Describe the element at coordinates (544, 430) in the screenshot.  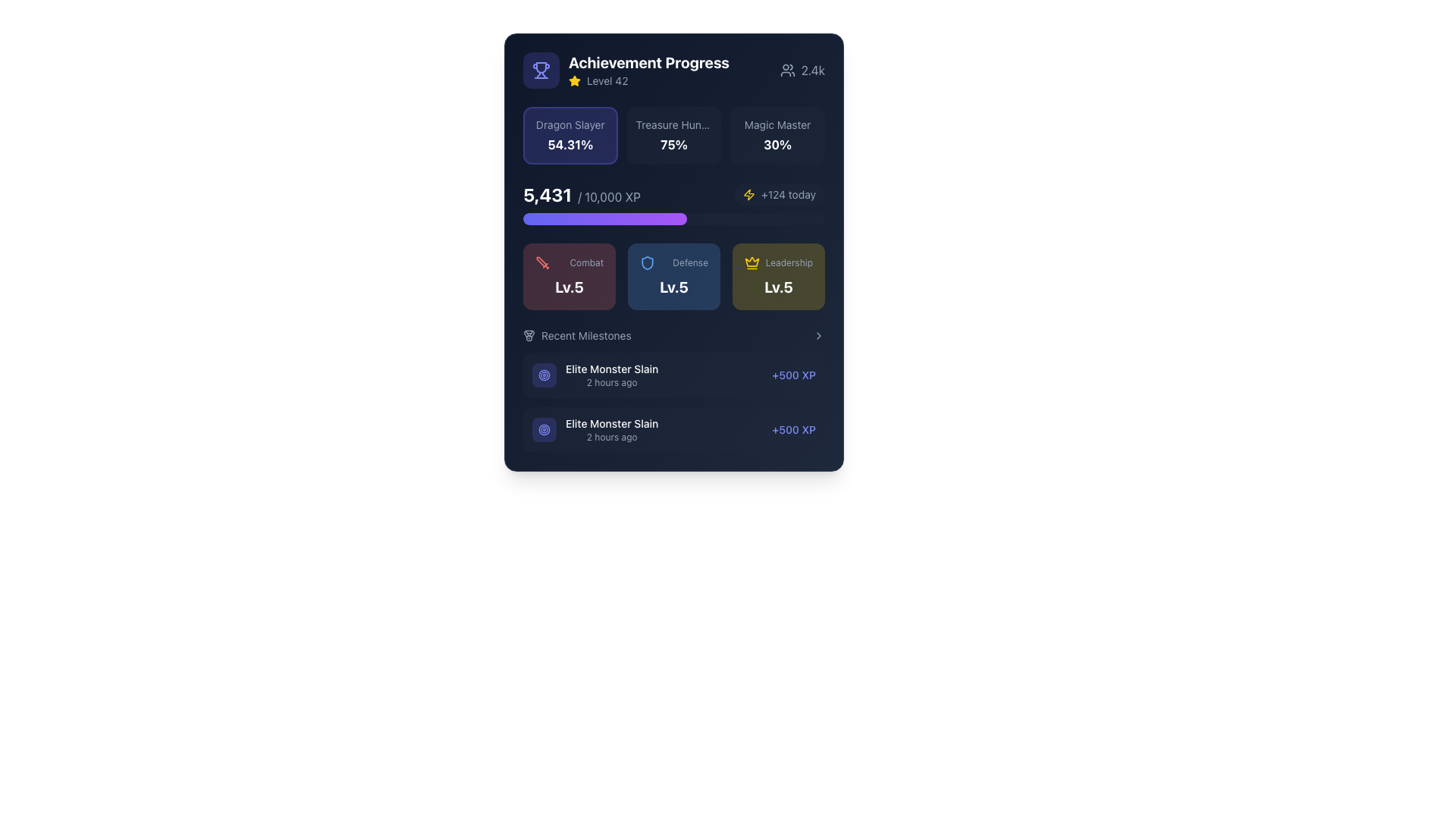
I see `the circular target icon with three concentric strokes and a central dot located in the bottom-right of the card in the 'Recent Milestones' section` at that location.